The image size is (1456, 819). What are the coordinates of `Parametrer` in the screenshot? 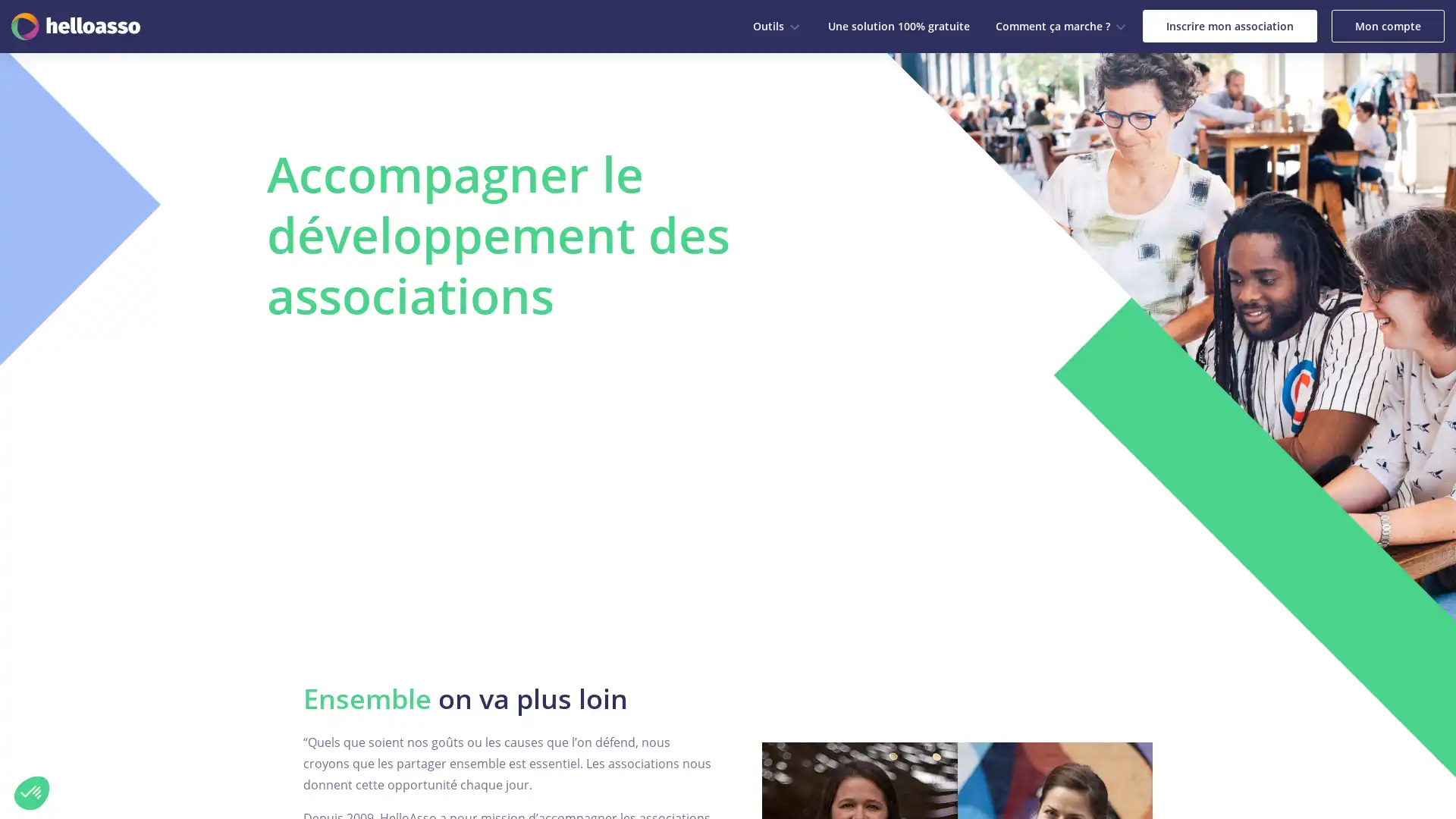 It's located at (174, 742).